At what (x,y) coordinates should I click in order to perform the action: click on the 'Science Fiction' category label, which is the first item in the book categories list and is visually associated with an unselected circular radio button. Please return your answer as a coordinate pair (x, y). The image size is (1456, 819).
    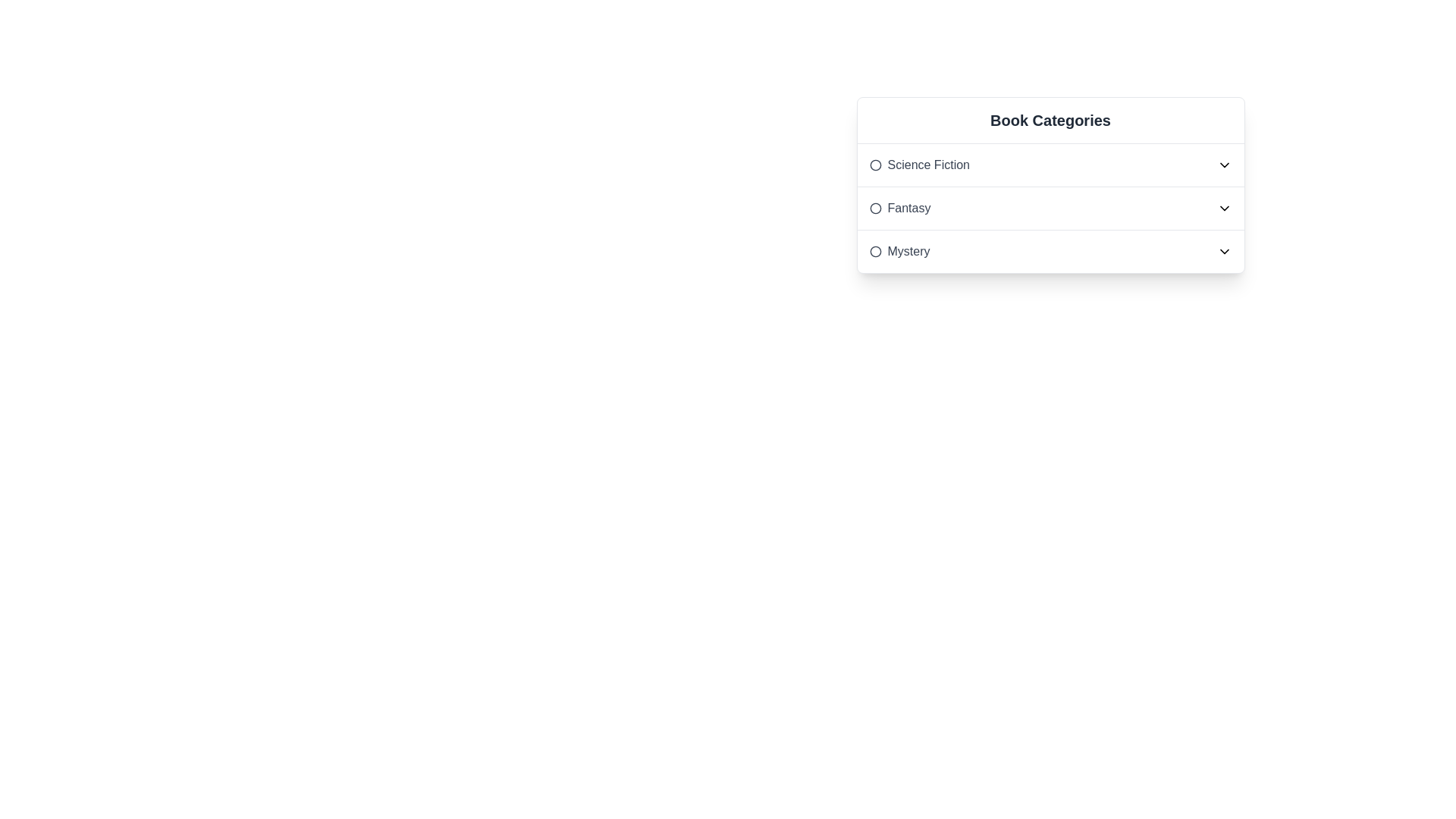
    Looking at the image, I should click on (927, 165).